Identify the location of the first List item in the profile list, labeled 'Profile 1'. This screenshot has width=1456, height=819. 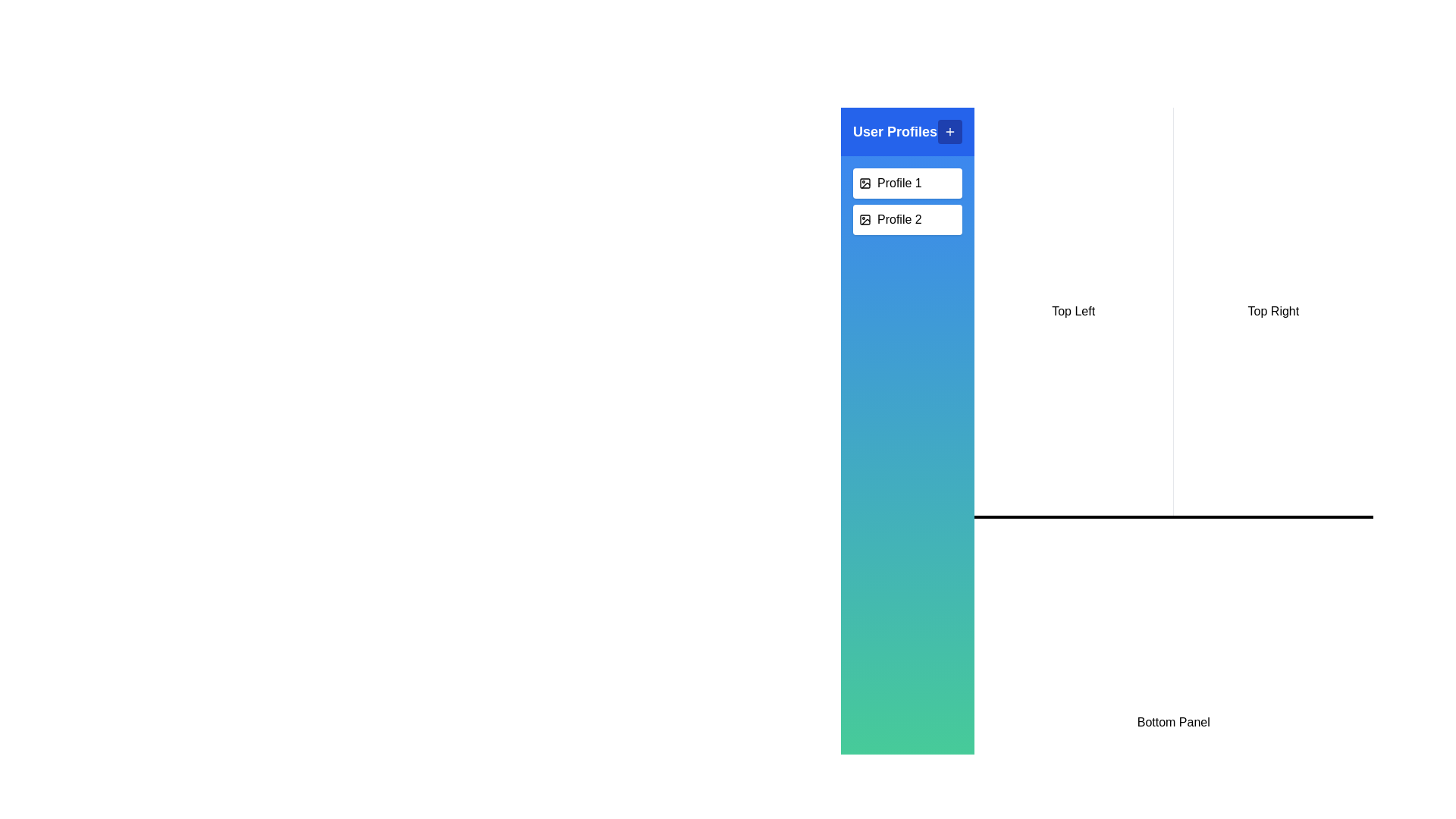
(907, 183).